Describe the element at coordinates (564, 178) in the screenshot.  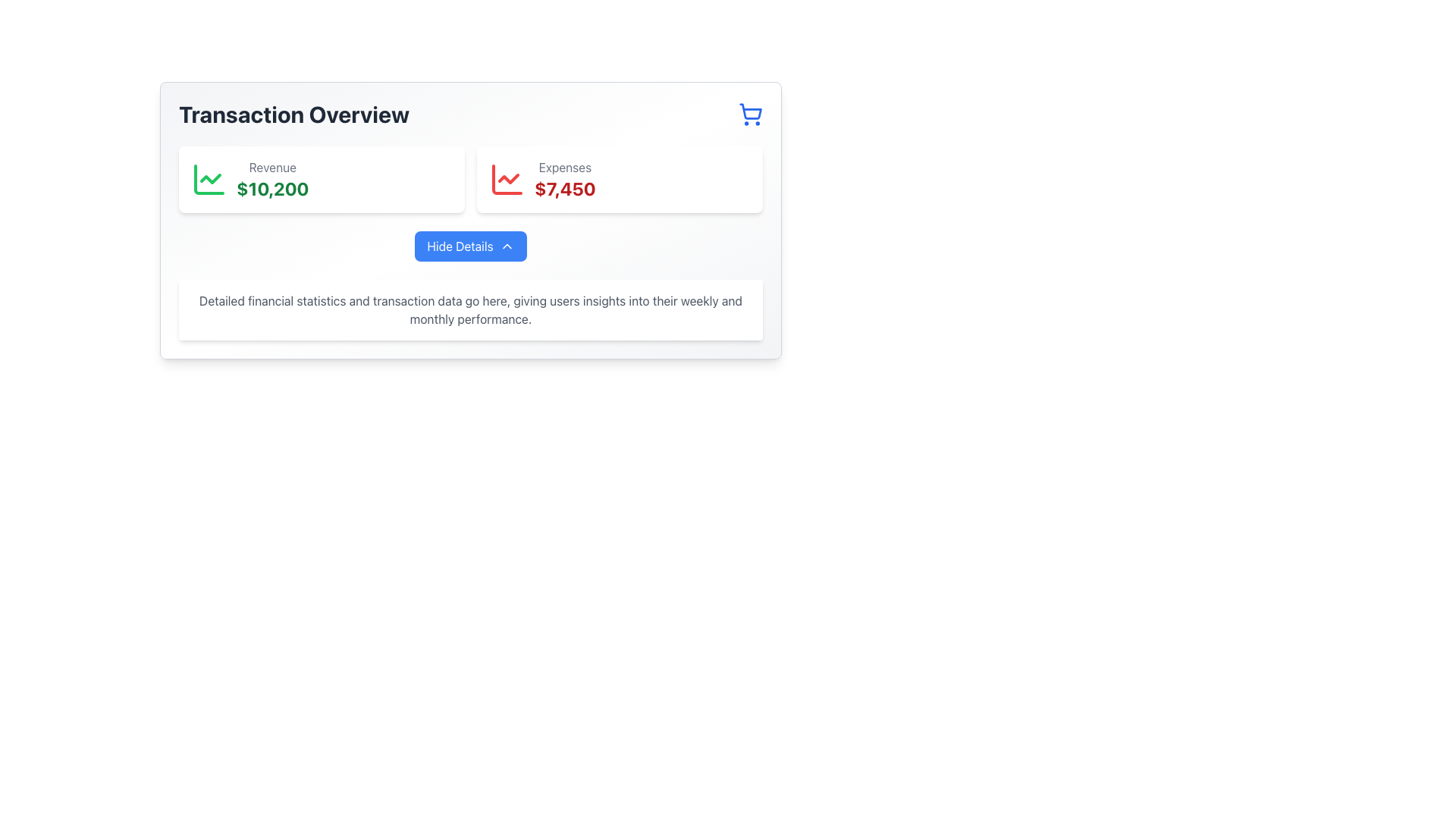
I see `the Information Display Block located in the upper right section of the 'Transaction Overview' card, which displays expense-related financial data and is the second block to the right of the Revenue block` at that location.